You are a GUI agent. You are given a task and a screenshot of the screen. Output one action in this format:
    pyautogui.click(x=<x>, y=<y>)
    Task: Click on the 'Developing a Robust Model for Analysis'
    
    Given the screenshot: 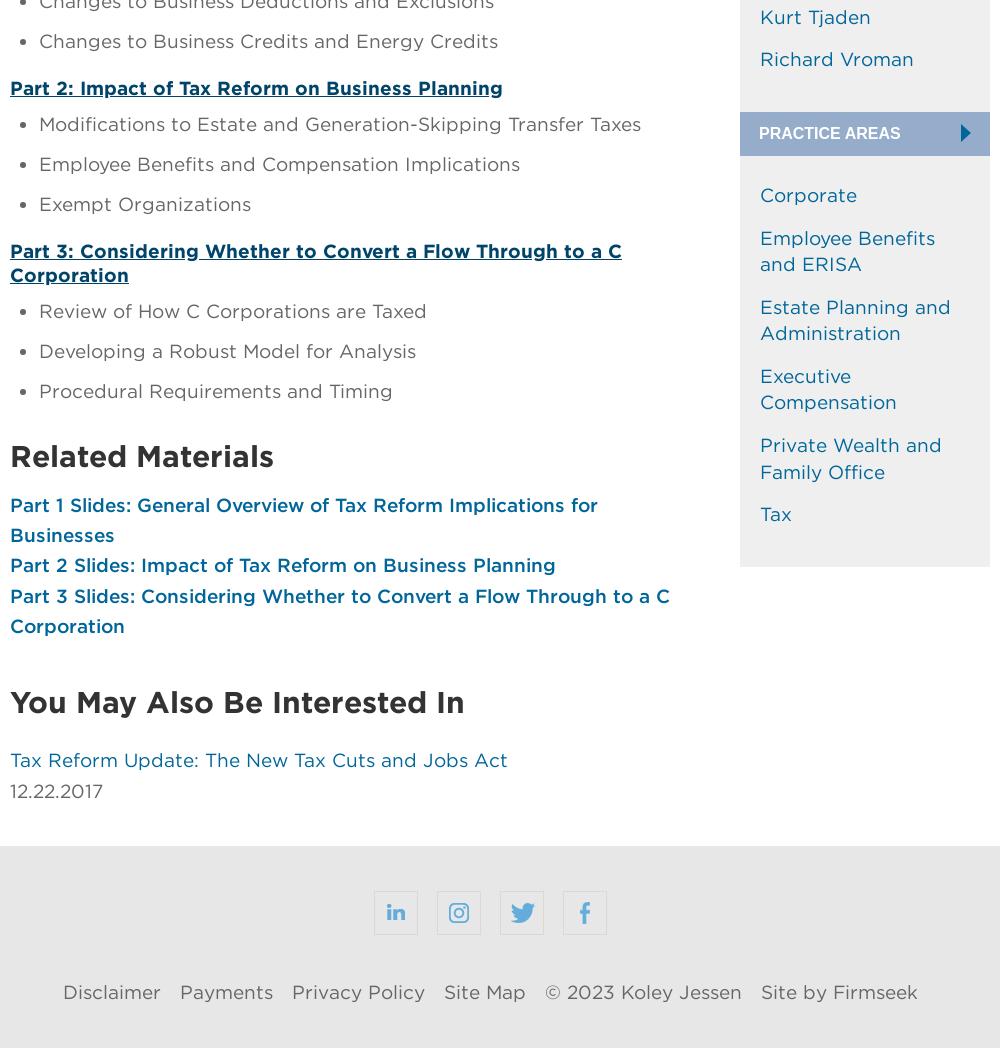 What is the action you would take?
    pyautogui.click(x=225, y=349)
    